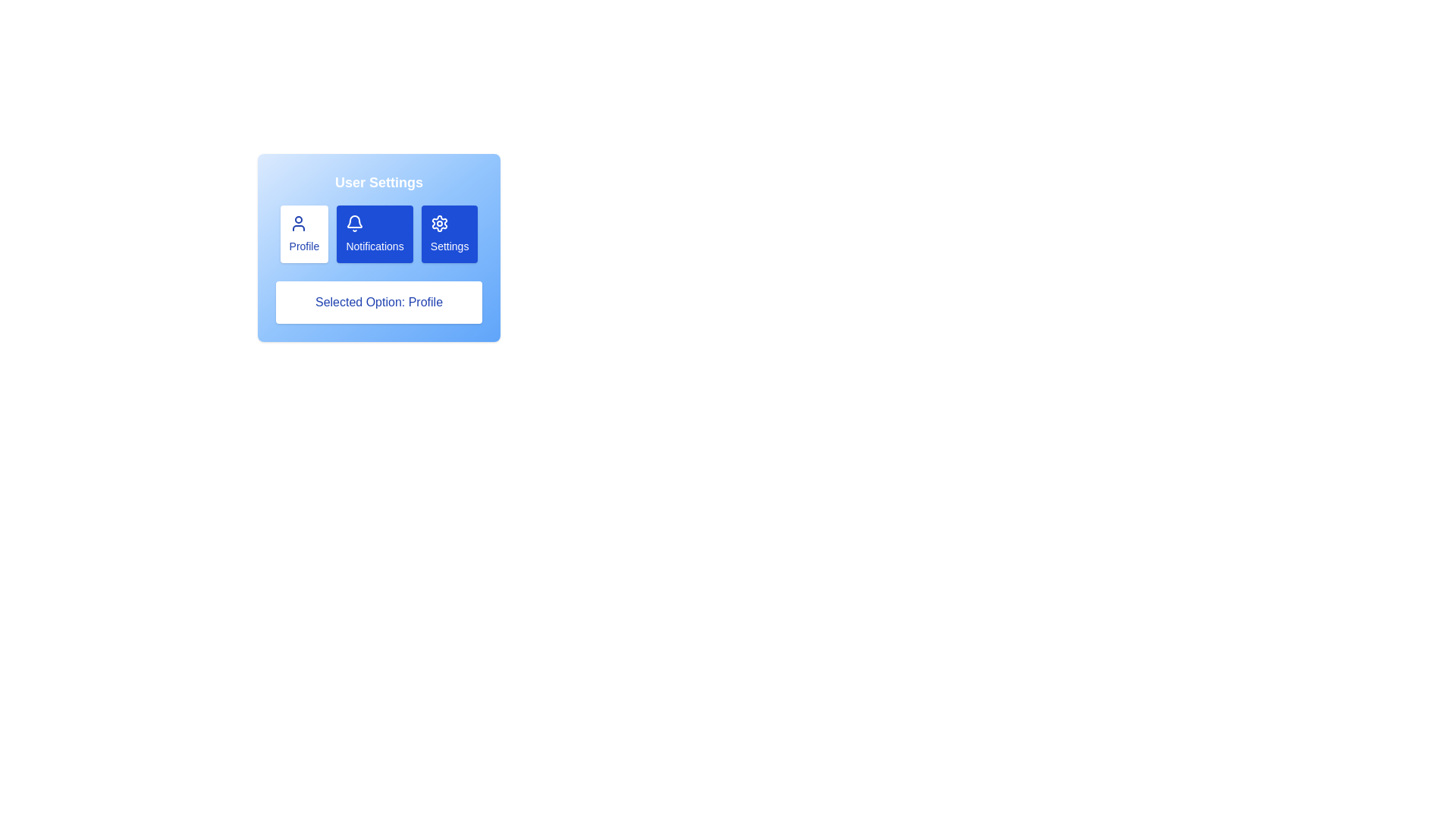  Describe the element at coordinates (303, 234) in the screenshot. I see `the button corresponding to the Profile section` at that location.